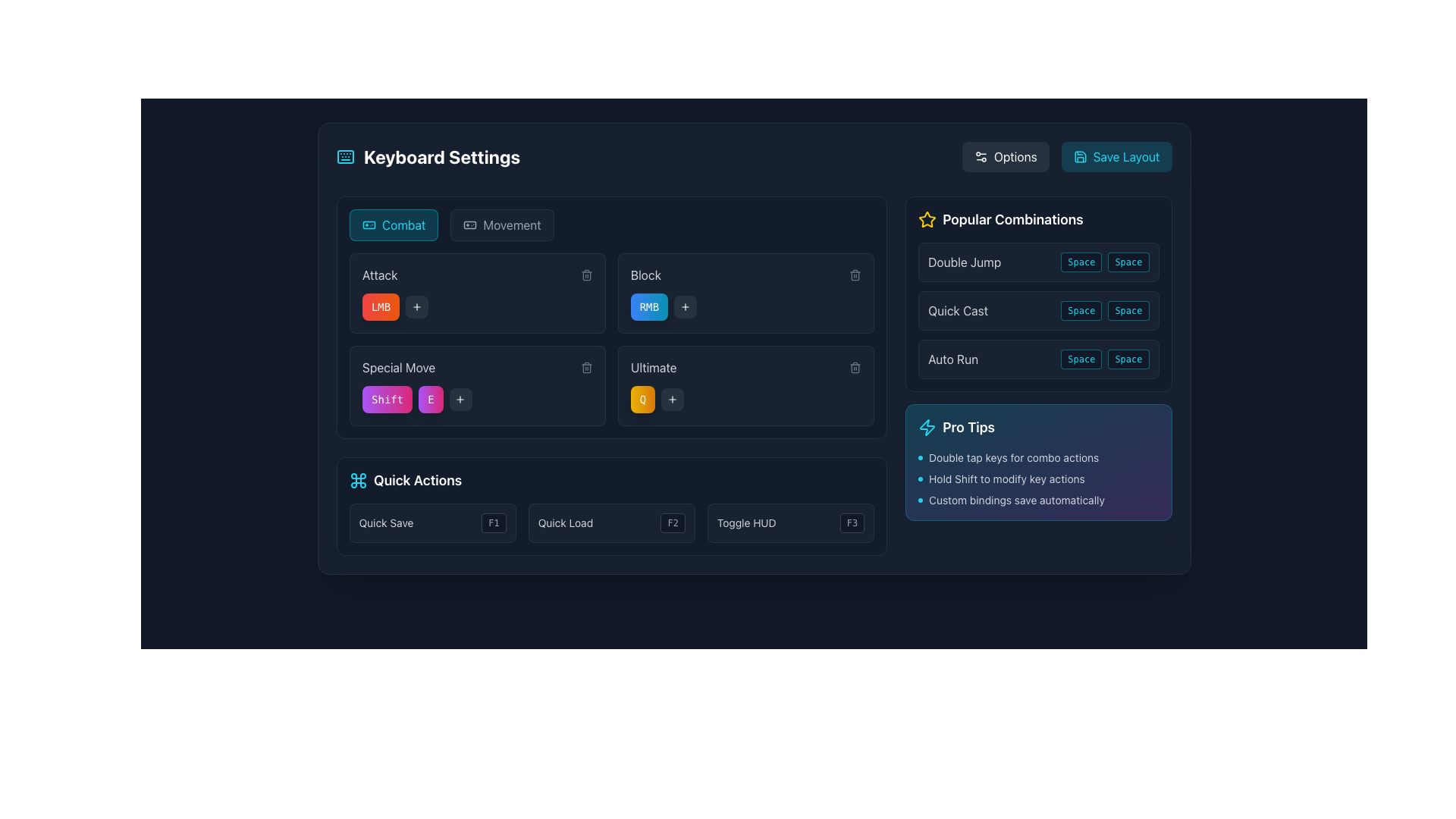  What do you see at coordinates (649, 307) in the screenshot?
I see `the 'RMB' button for the 'Block' action located in the 'Keyboard Settings' interface section, positioned within the 'Combat' tab` at bounding box center [649, 307].